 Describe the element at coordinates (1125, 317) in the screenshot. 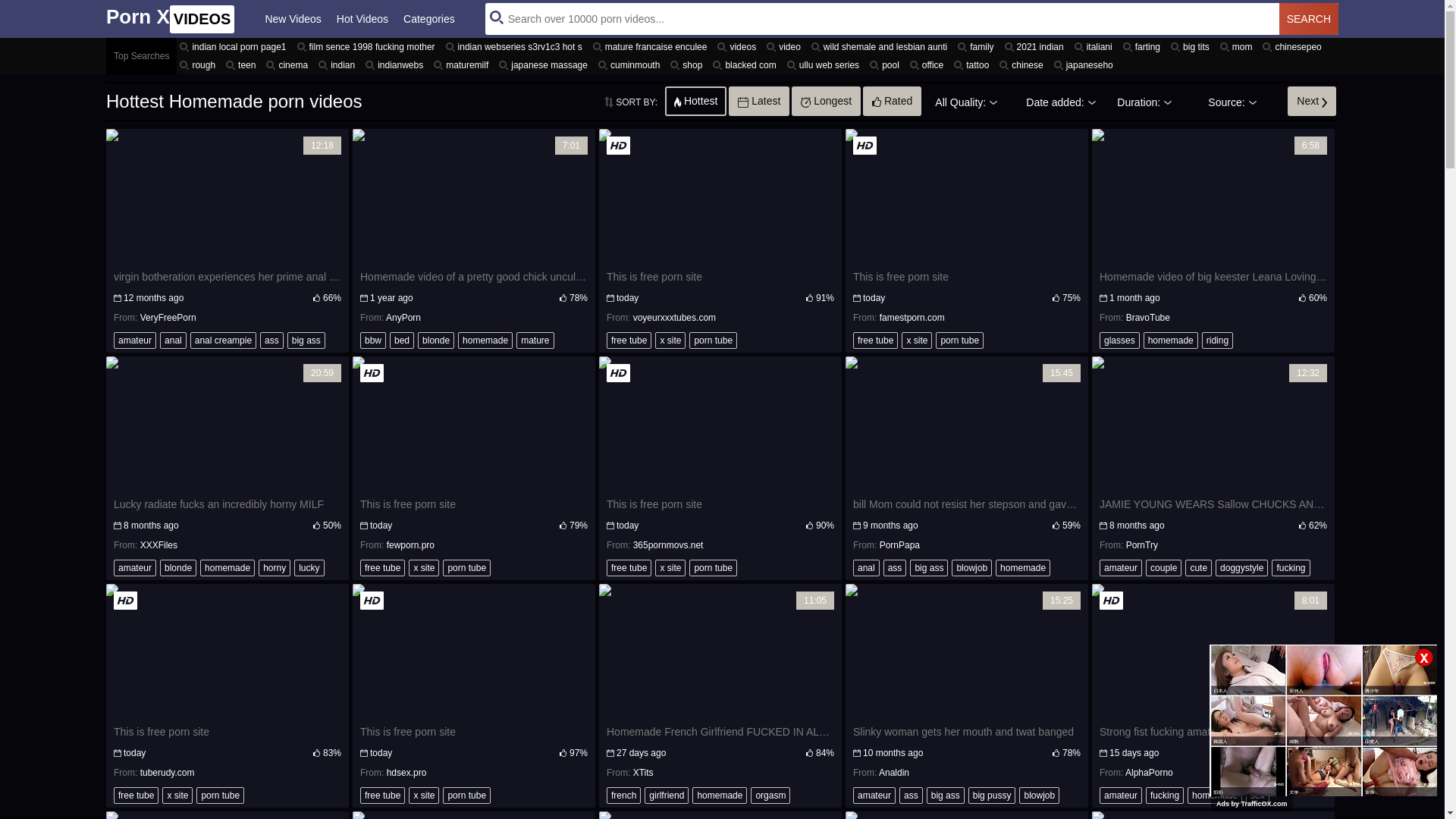

I see `'BravoTube'` at that location.